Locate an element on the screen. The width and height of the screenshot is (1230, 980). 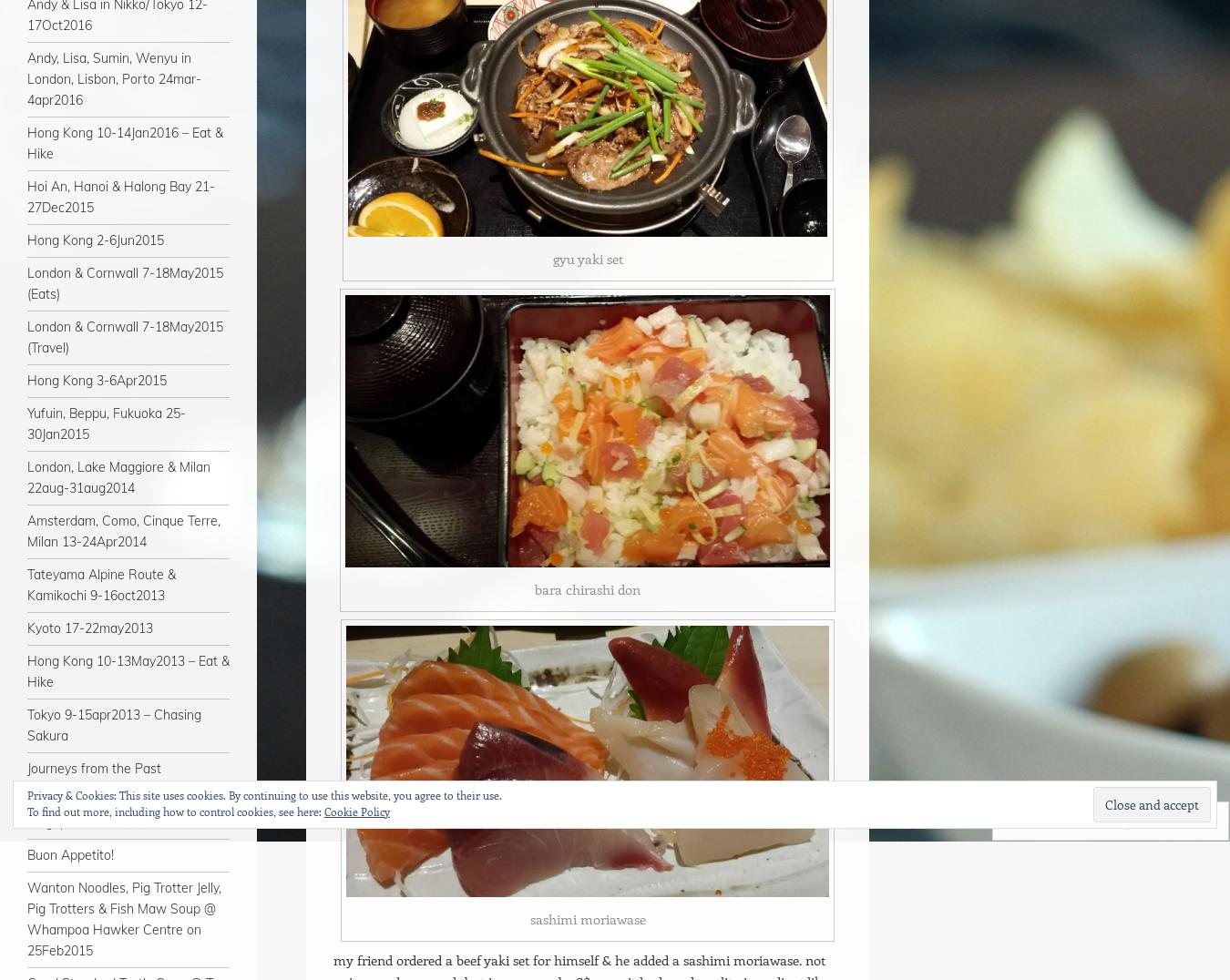
'Buon Appetito!' is located at coordinates (69, 854).